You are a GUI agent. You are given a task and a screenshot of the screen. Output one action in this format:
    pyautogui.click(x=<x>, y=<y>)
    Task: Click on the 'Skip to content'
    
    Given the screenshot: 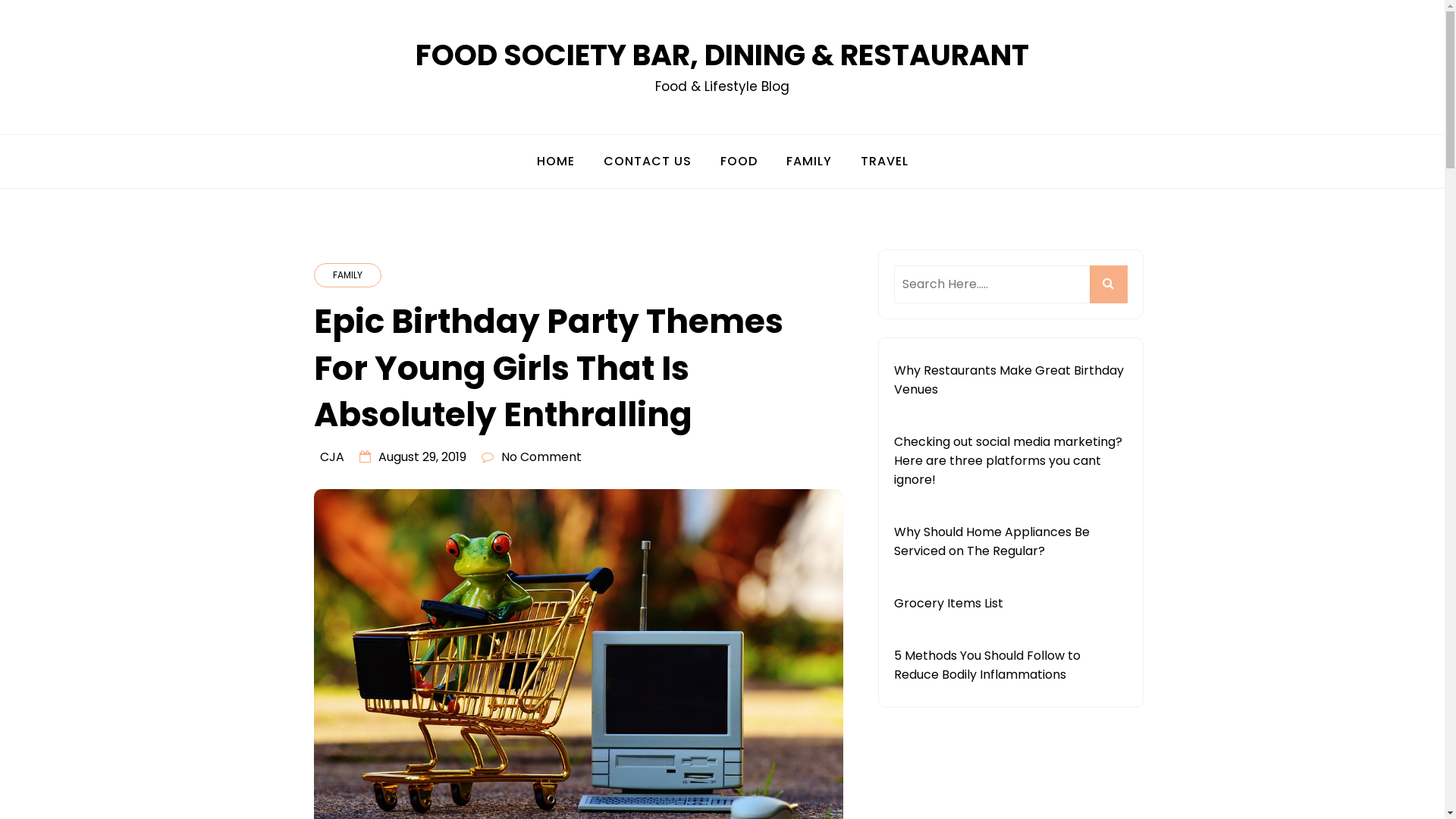 What is the action you would take?
    pyautogui.click(x=0, y=0)
    